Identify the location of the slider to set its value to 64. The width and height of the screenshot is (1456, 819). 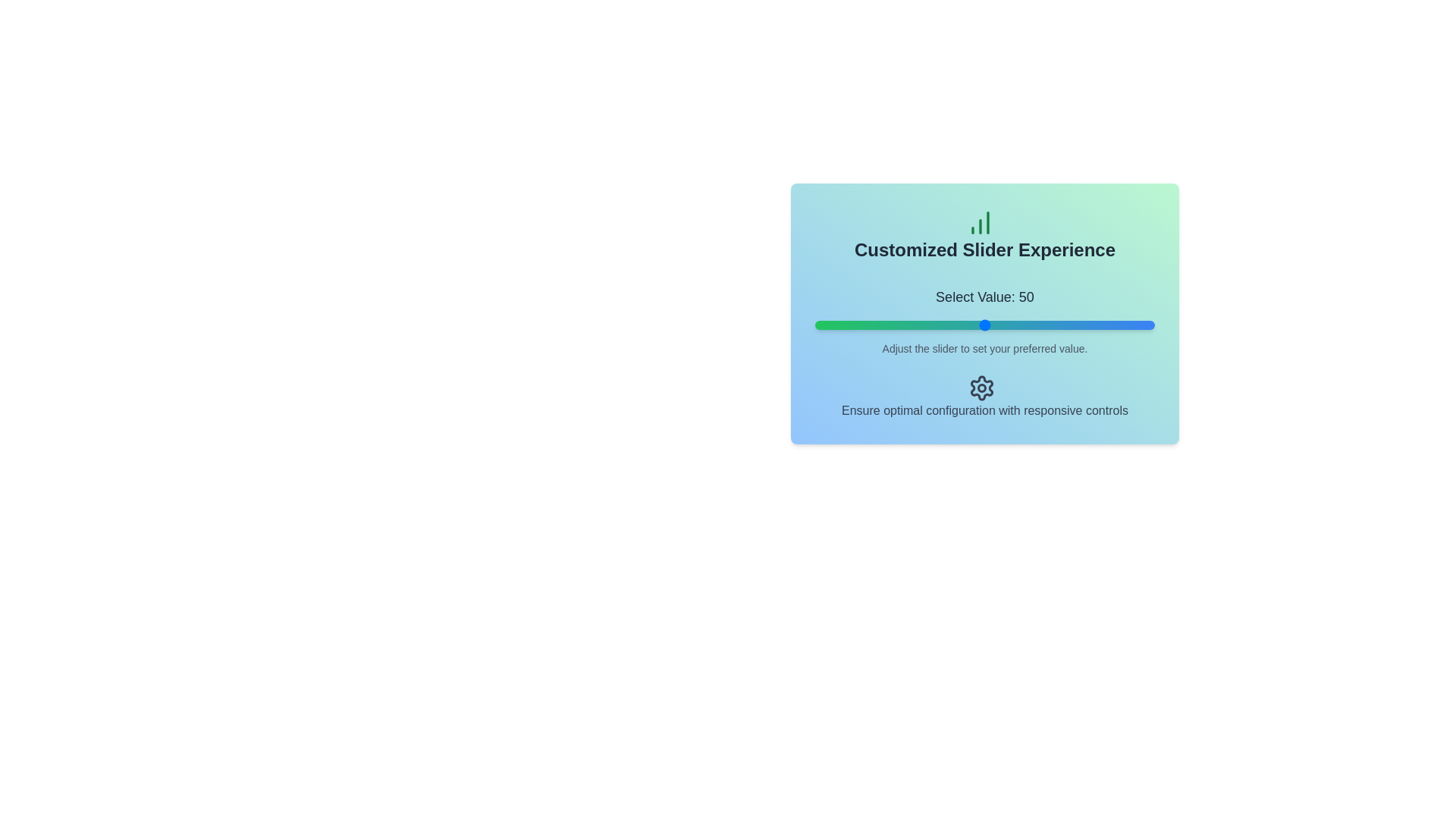
(1031, 324).